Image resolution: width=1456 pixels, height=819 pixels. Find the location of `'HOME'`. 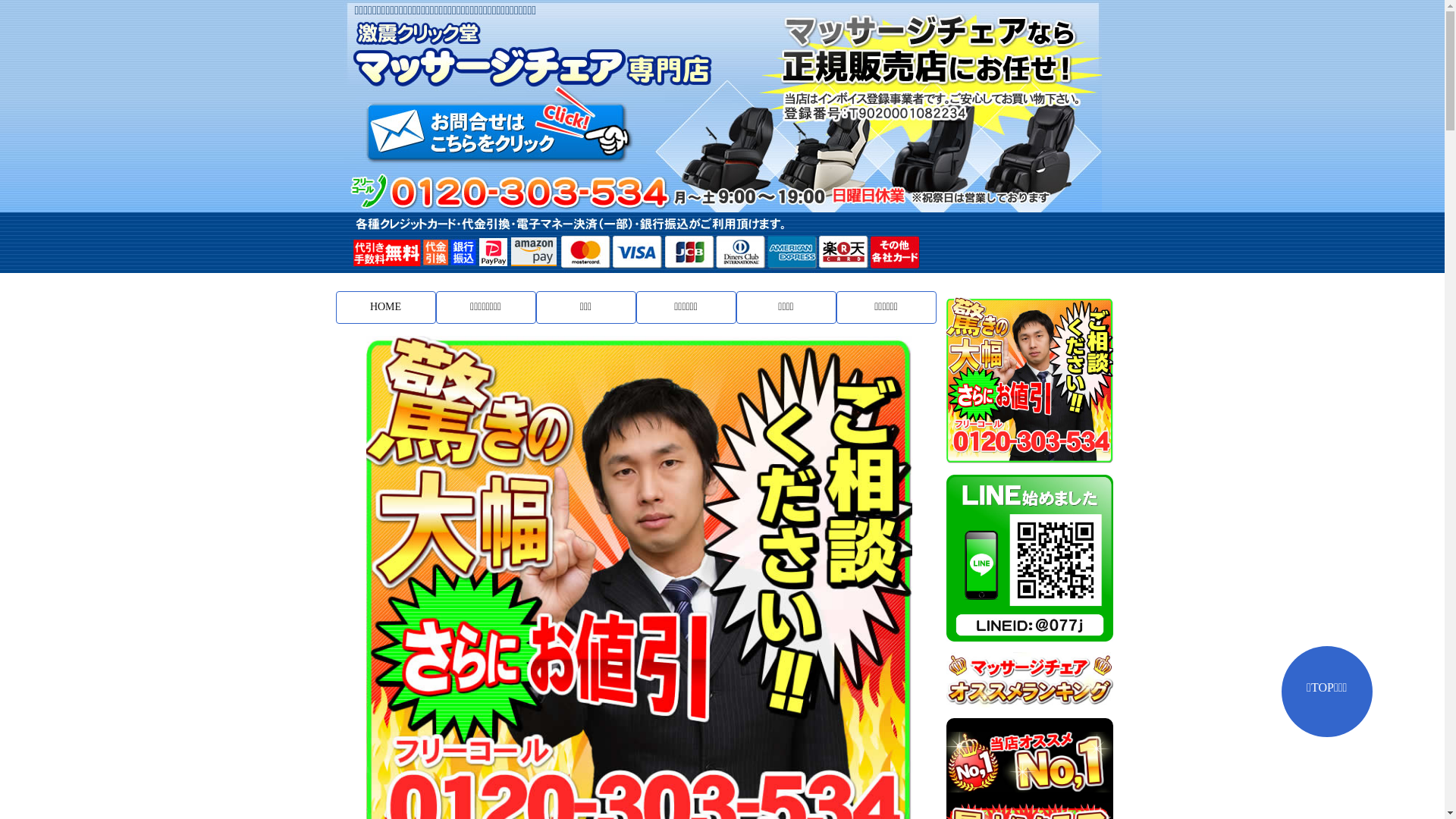

'HOME' is located at coordinates (385, 307).